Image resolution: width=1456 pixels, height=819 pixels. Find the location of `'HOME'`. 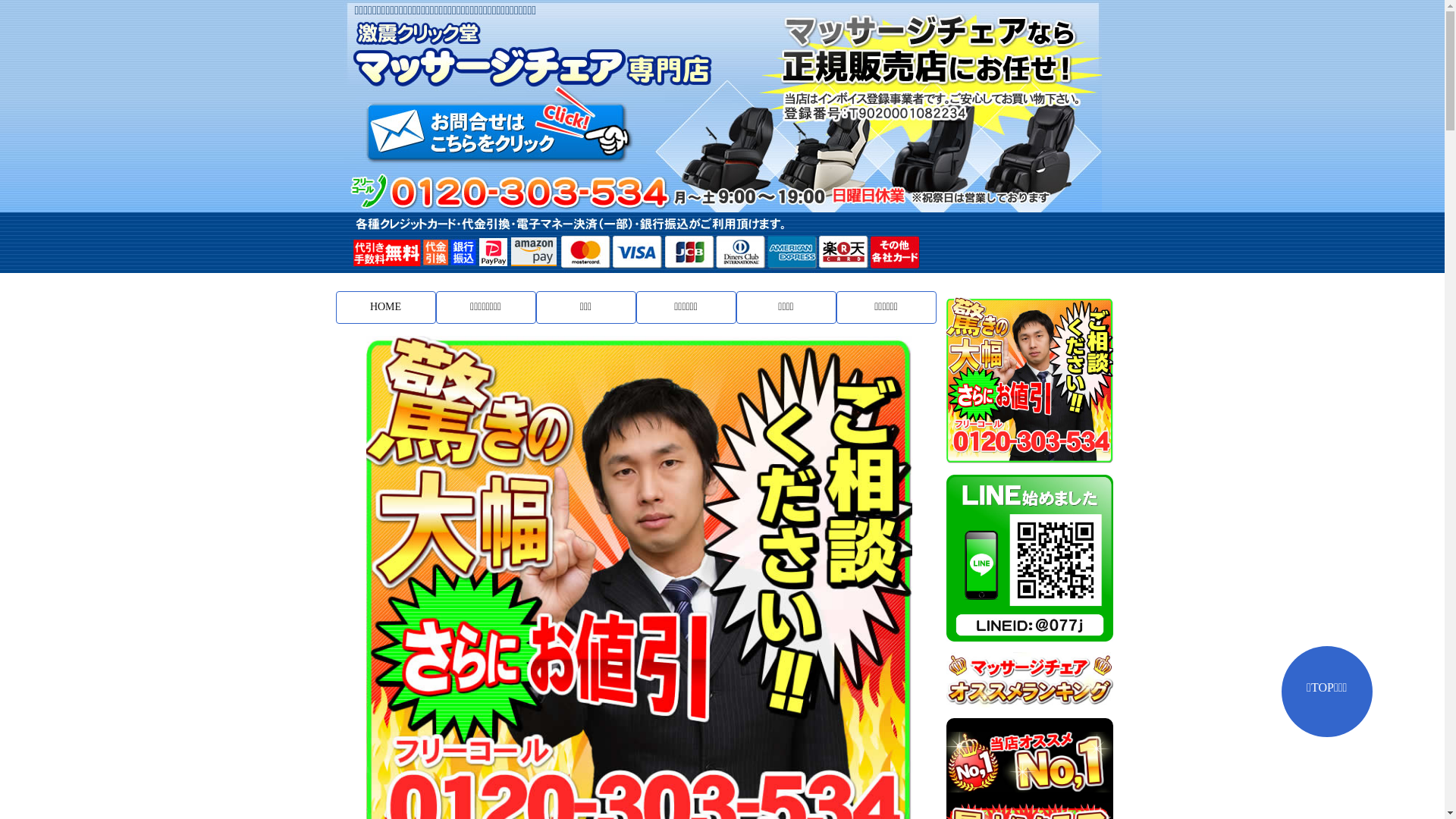

'HOME' is located at coordinates (385, 307).